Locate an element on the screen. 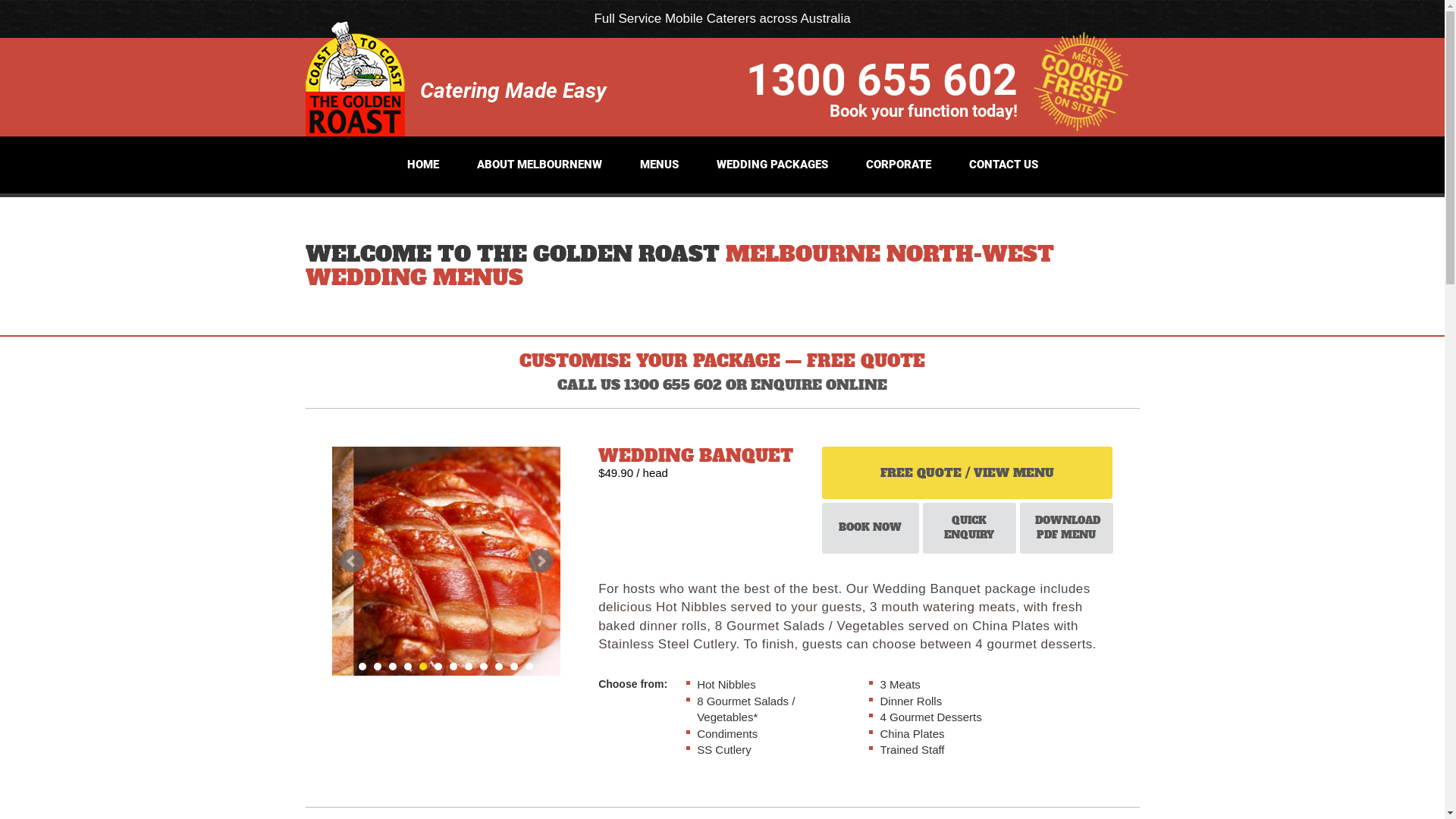 Image resolution: width=1456 pixels, height=819 pixels. 'Prev' is located at coordinates (338, 561).